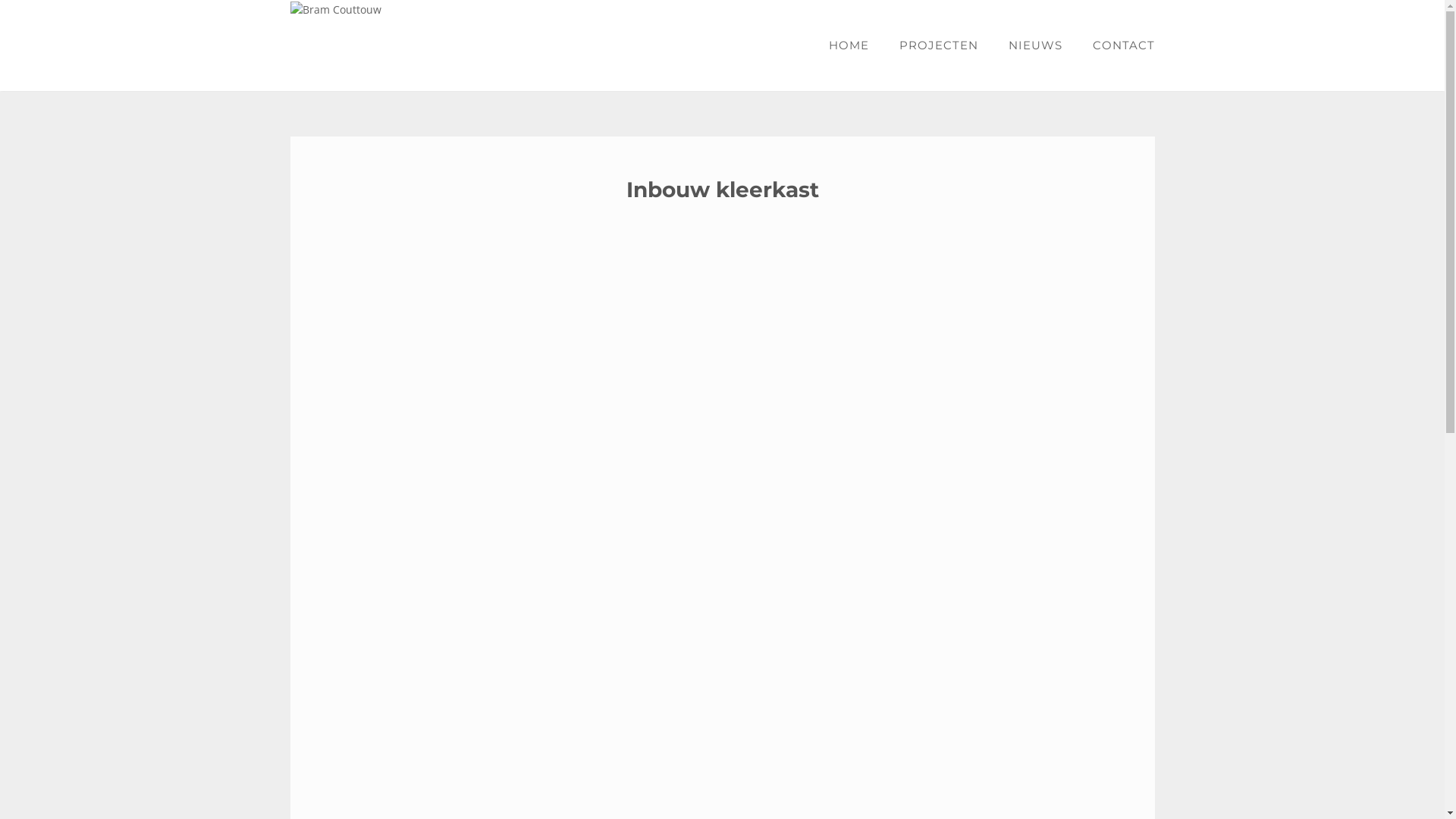 The height and width of the screenshot is (819, 1456). I want to click on 'CONTACT', so click(1076, 45).